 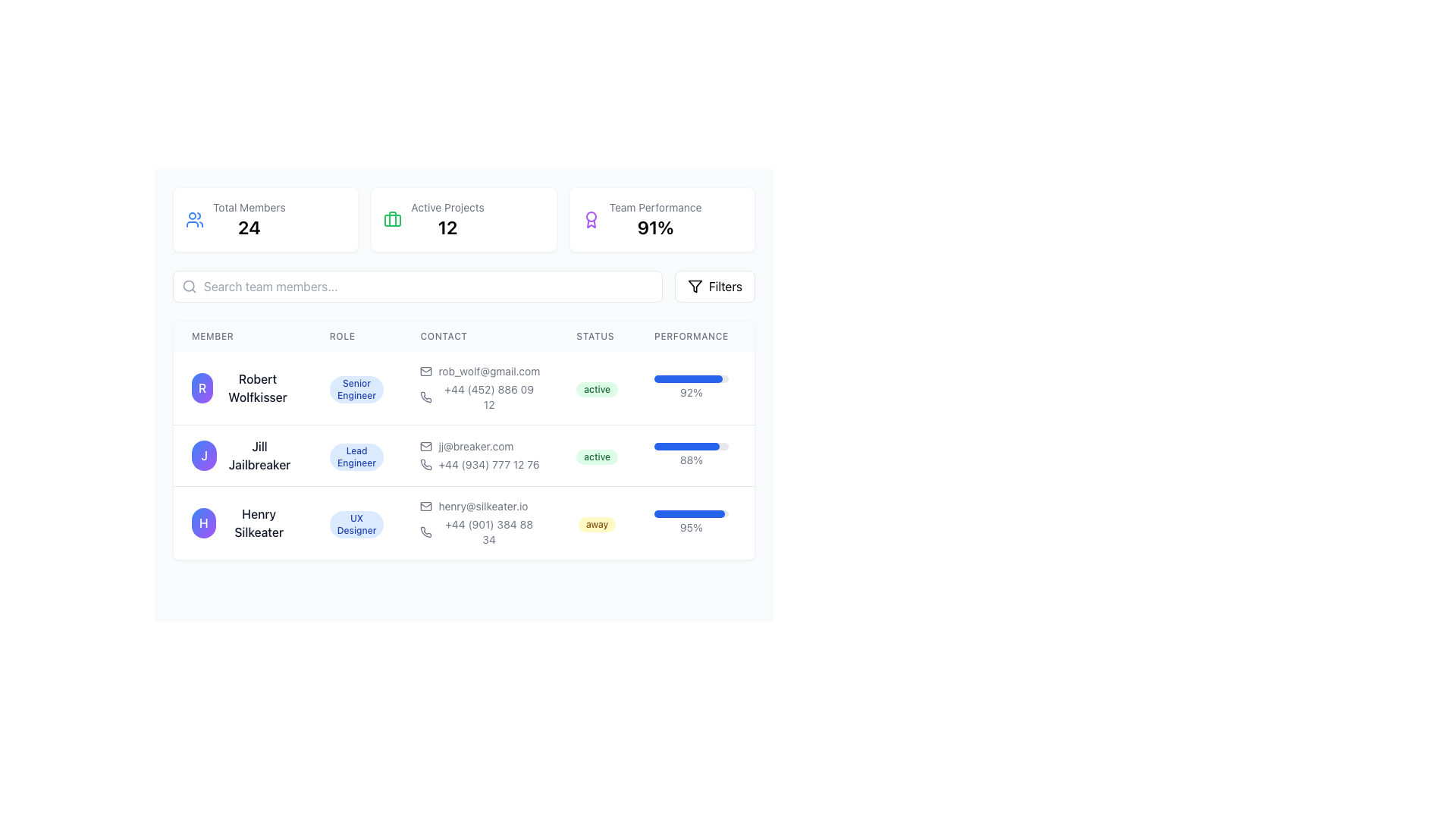 I want to click on the blue group of people icon that is positioned to the left of the 'Total Members' label and number, indicating its association with the displayed information, so click(x=194, y=219).